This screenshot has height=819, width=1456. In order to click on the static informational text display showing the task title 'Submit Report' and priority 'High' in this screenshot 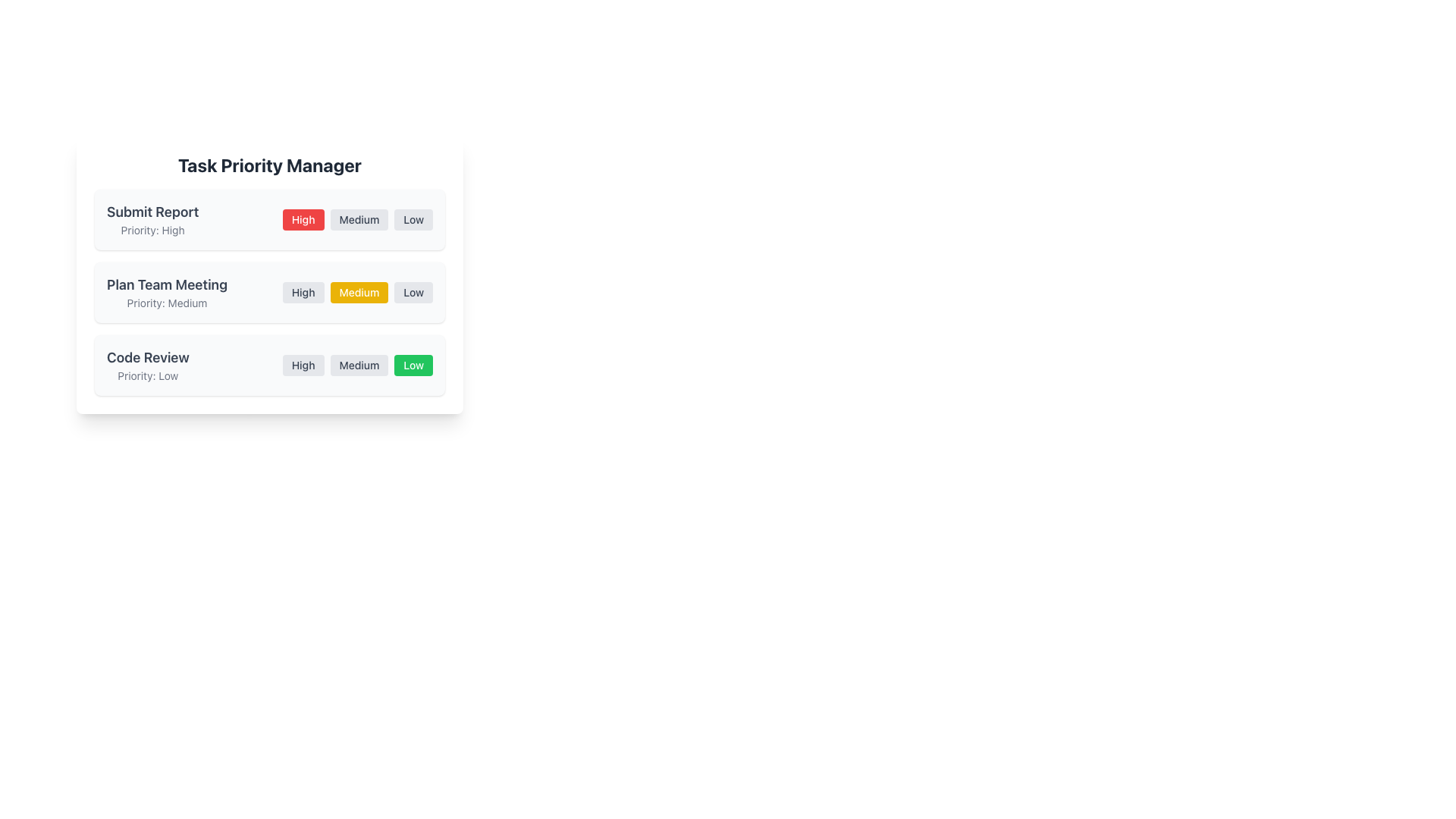, I will do `click(152, 219)`.